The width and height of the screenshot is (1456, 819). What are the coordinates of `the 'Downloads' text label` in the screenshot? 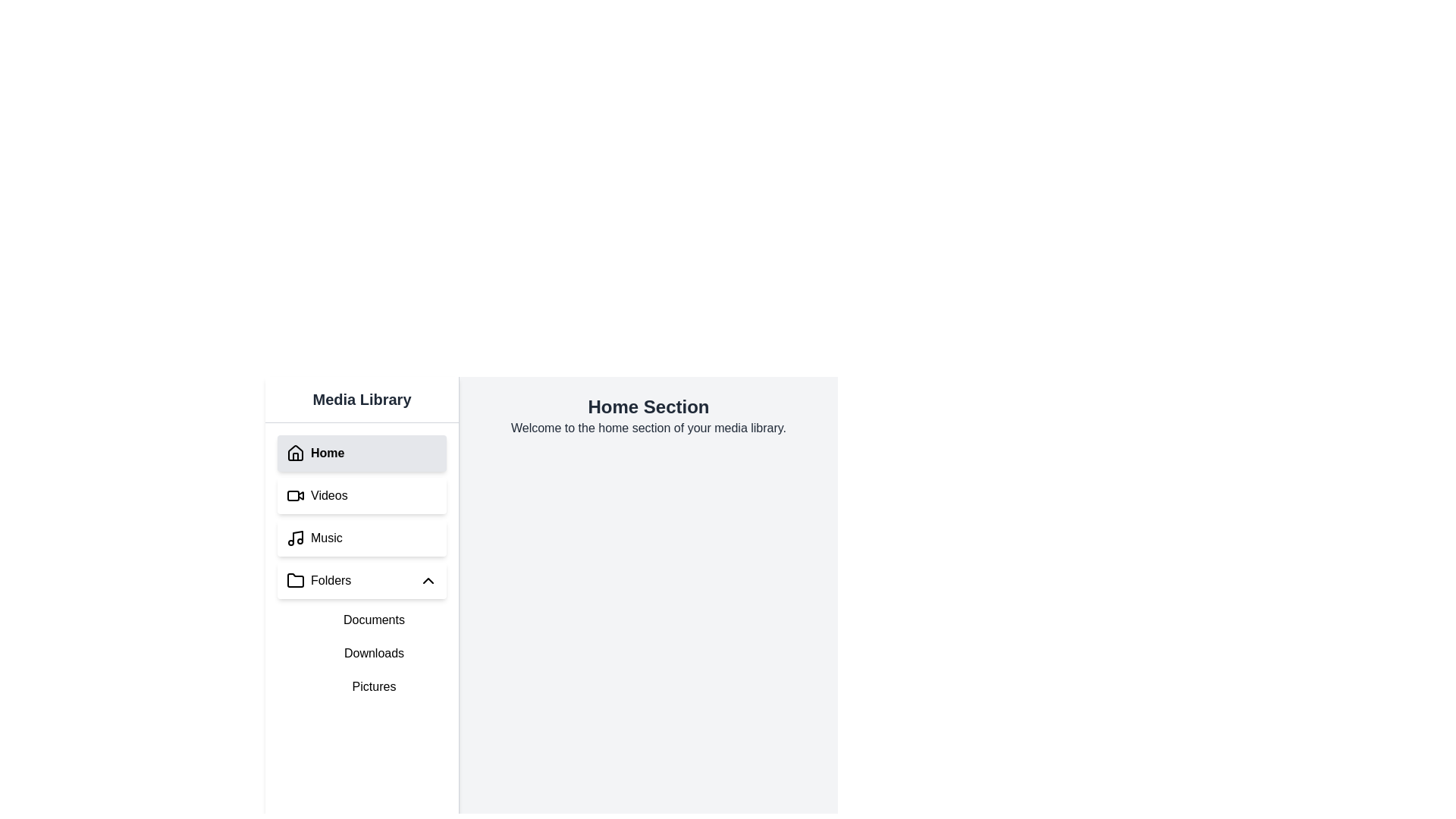 It's located at (374, 652).